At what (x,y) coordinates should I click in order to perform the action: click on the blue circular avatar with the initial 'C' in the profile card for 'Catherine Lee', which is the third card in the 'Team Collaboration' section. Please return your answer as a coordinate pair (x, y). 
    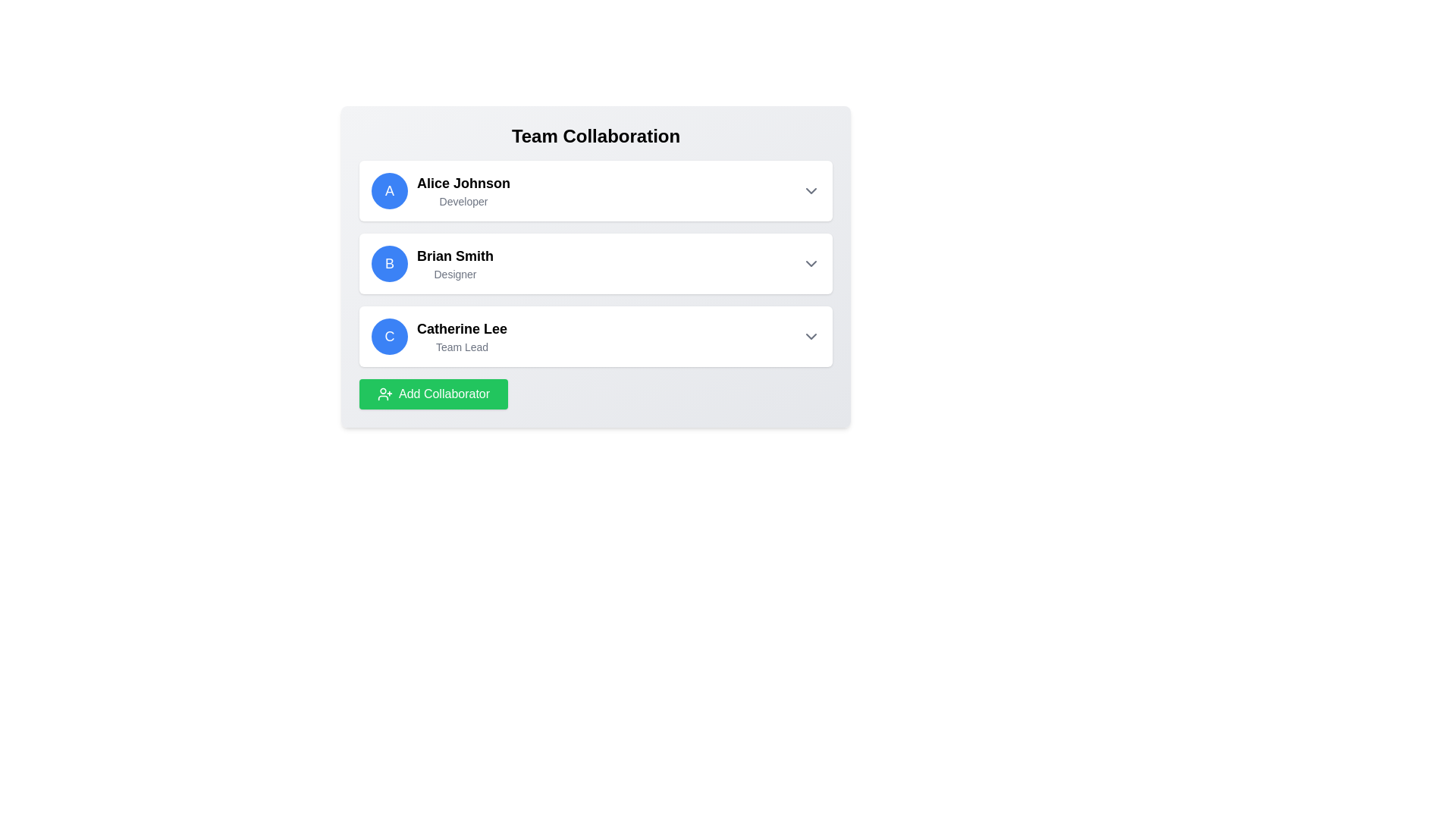
    Looking at the image, I should click on (438, 335).